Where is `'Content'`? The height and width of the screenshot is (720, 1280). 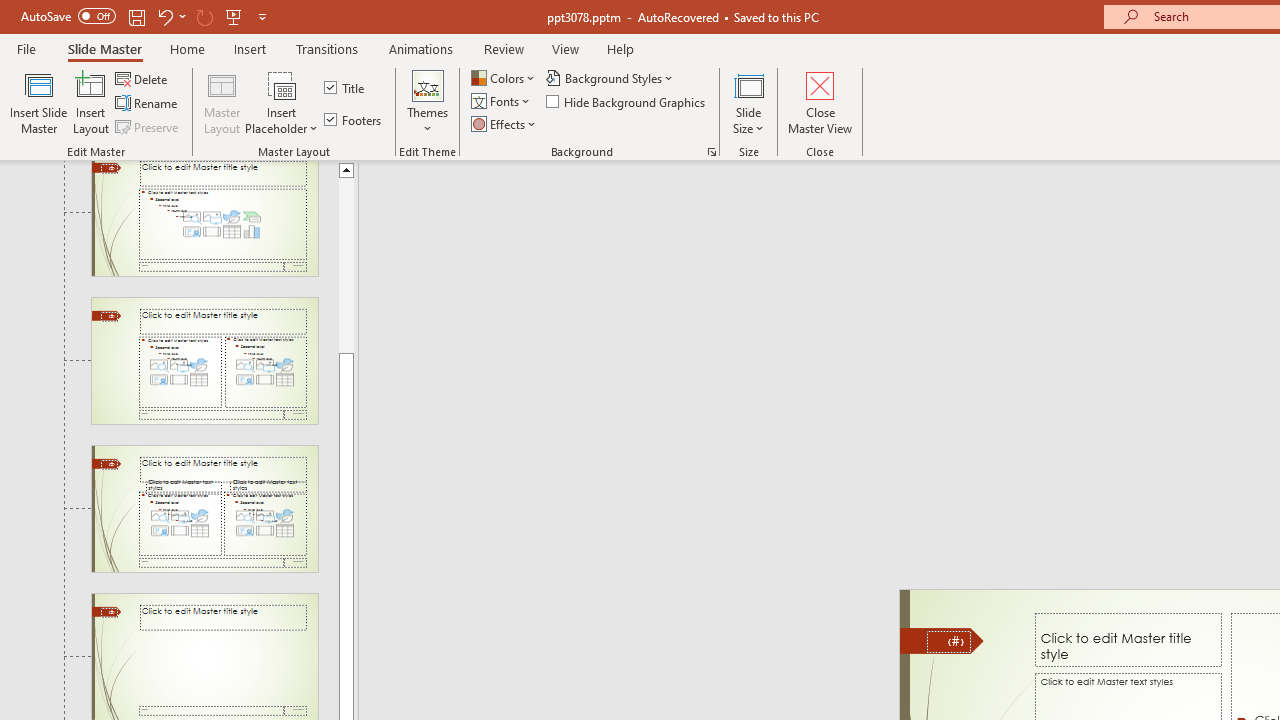 'Content' is located at coordinates (281, 84).